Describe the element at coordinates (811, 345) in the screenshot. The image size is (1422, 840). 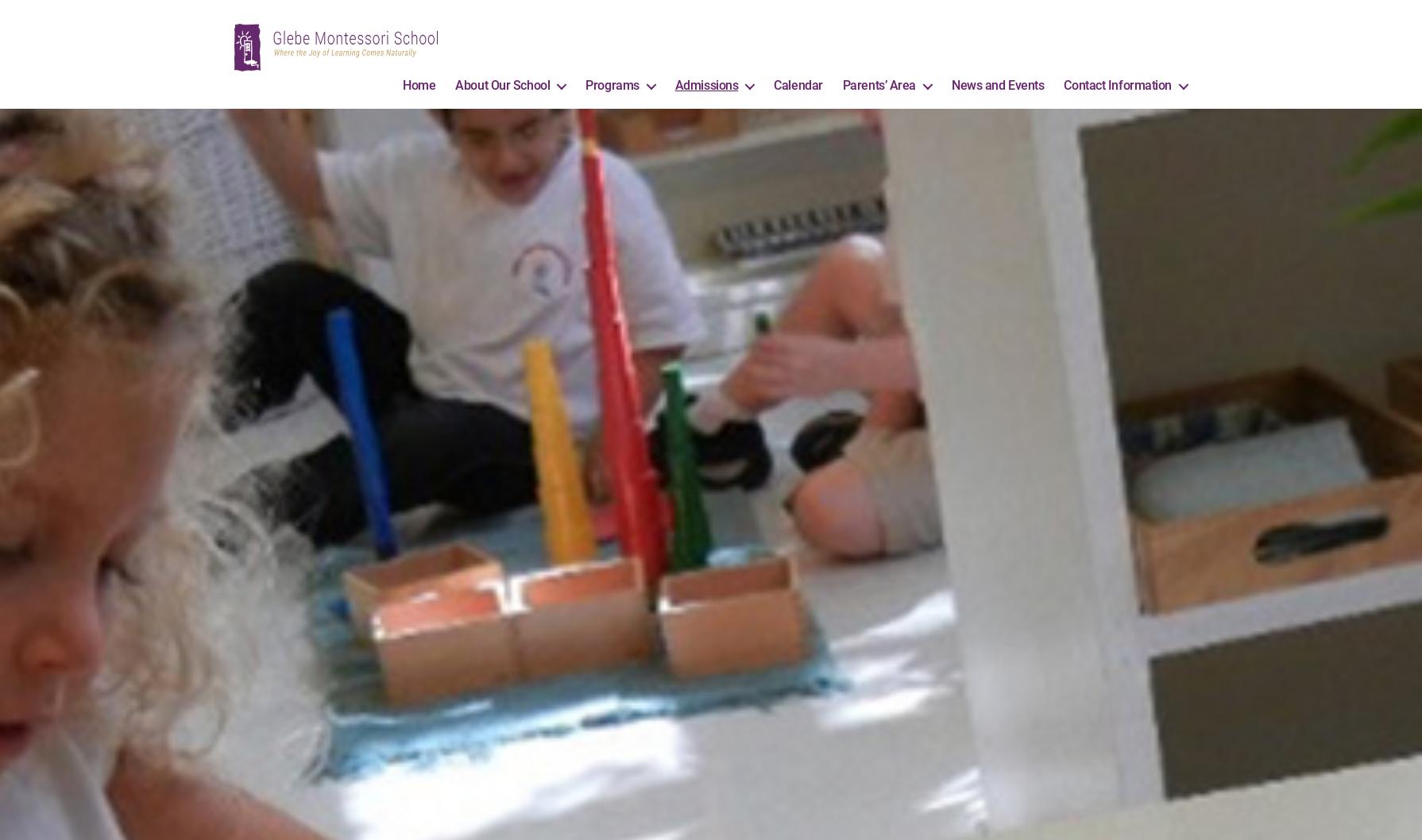
I see `'• Once you have arranged a tour and meeting with the Director, please submit an application form if you wish to enrol your child in the toddler program.'` at that location.